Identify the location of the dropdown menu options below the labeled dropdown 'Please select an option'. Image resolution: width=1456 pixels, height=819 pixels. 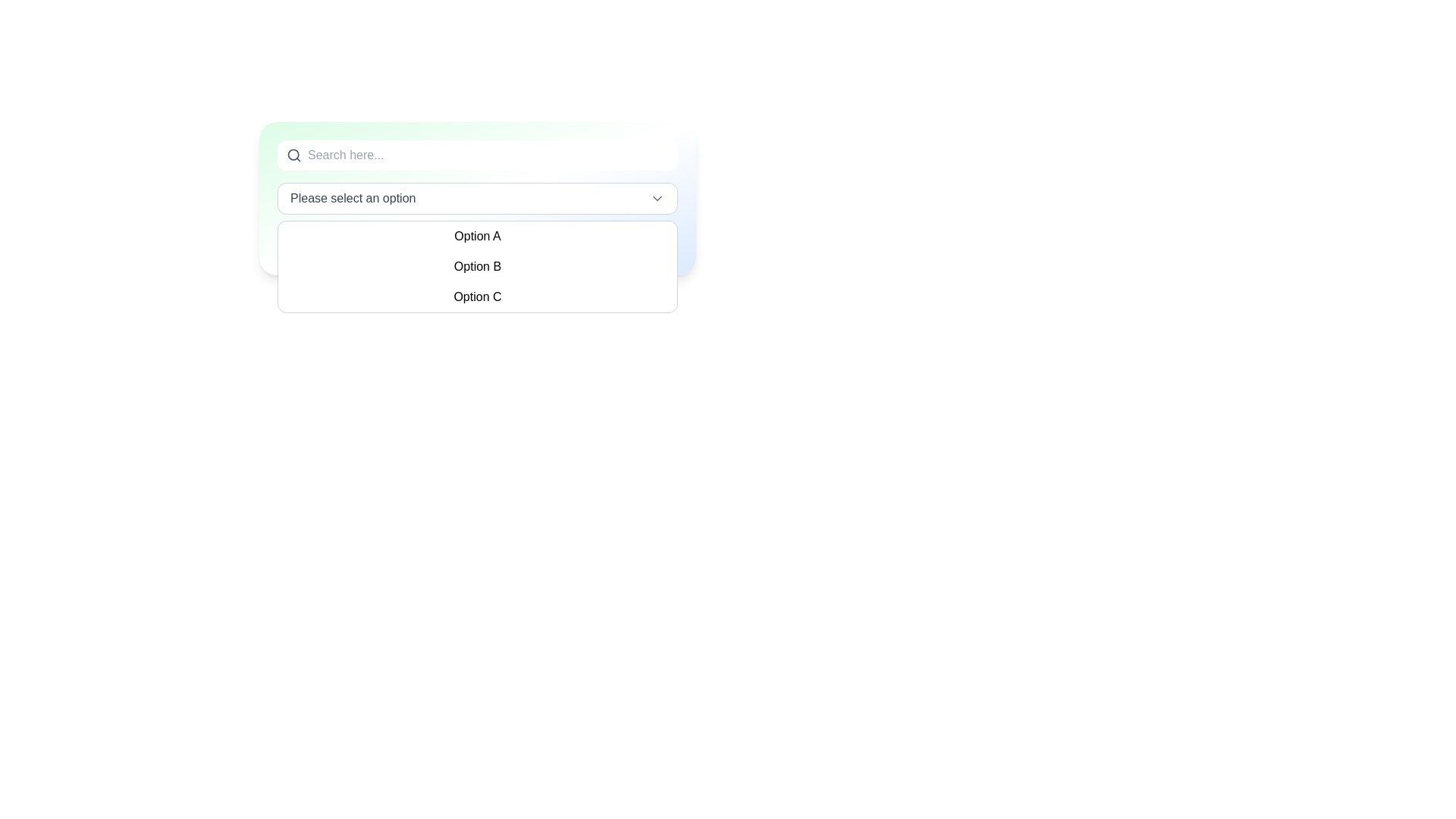
(476, 265).